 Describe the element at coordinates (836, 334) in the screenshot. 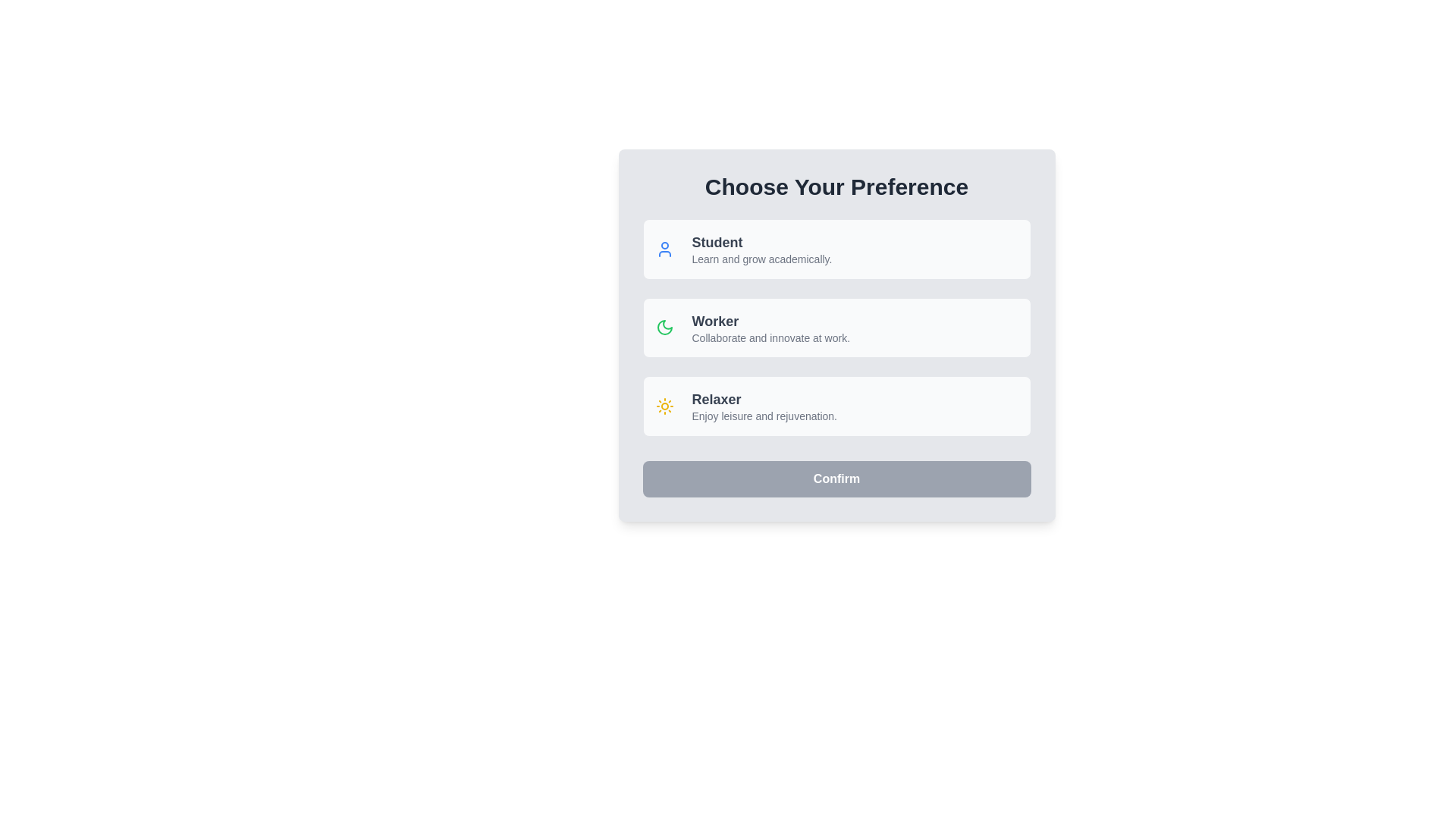

I see `the icons within the selection card that allows users to choose between Student, Worker, or Relaxer, highlighting them for selection` at that location.